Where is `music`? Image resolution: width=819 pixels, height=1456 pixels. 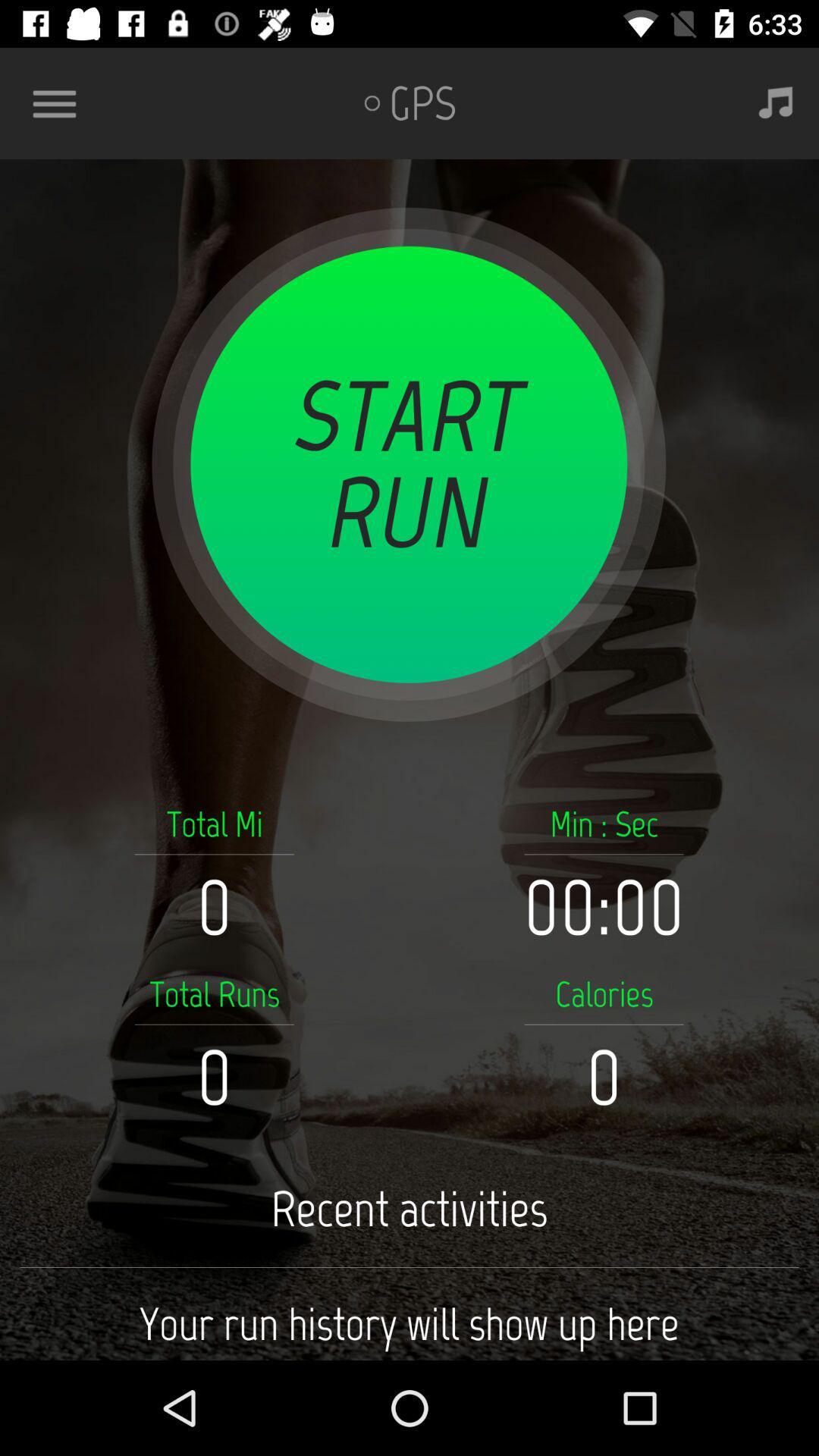
music is located at coordinates (776, 102).